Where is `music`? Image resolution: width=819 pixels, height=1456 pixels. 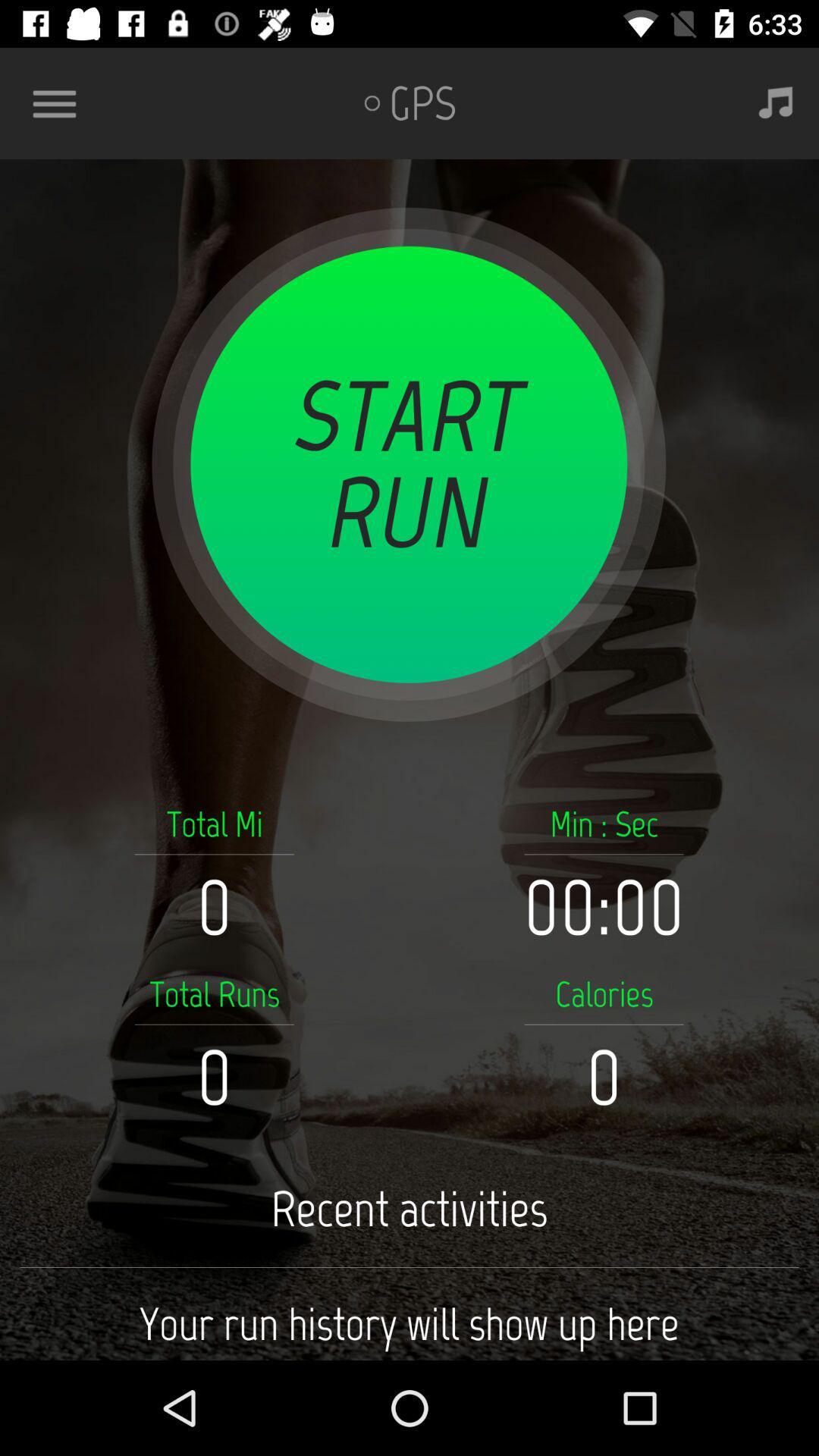
music is located at coordinates (776, 102).